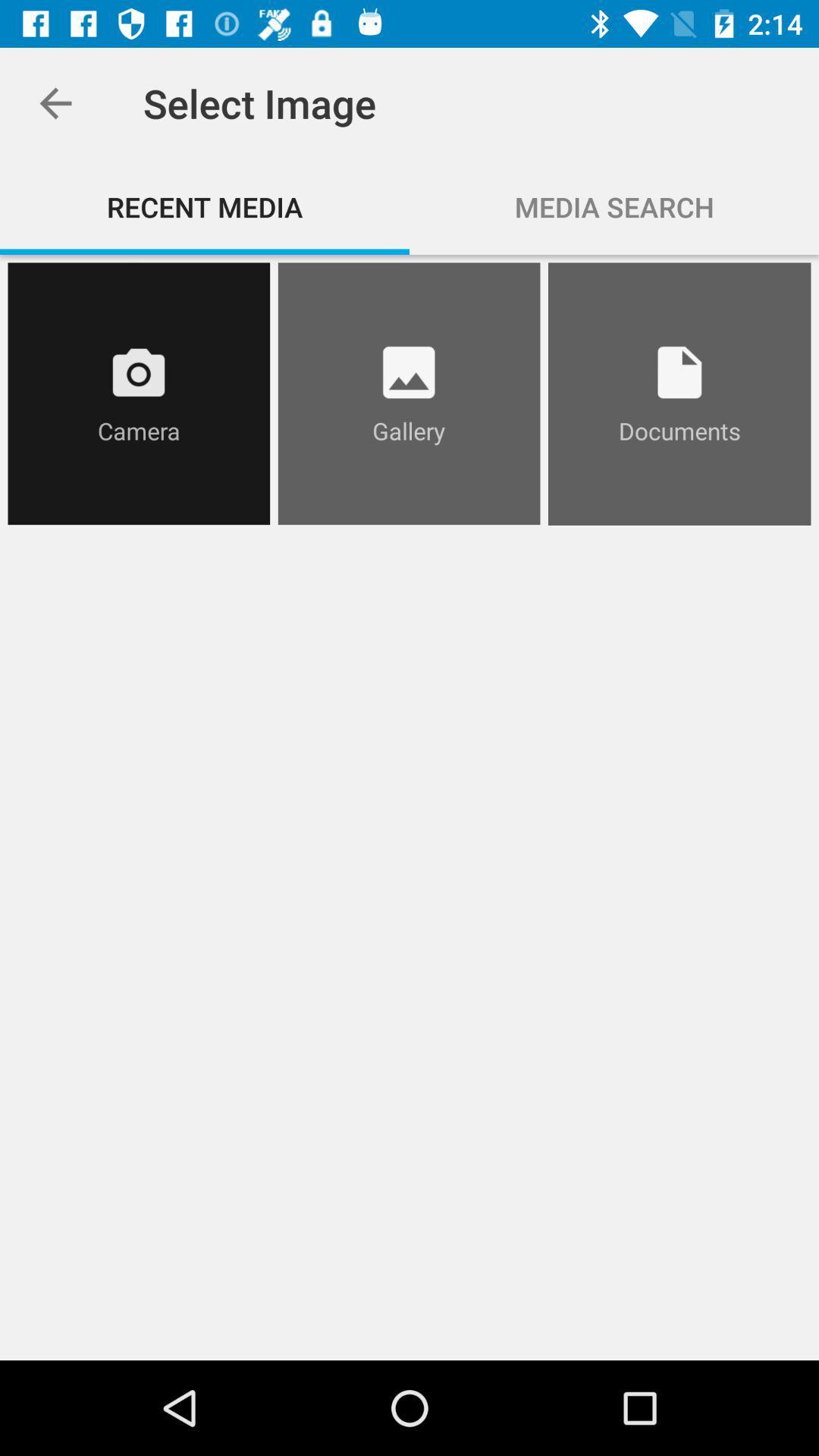  Describe the element at coordinates (614, 206) in the screenshot. I see `item next to the recent media item` at that location.